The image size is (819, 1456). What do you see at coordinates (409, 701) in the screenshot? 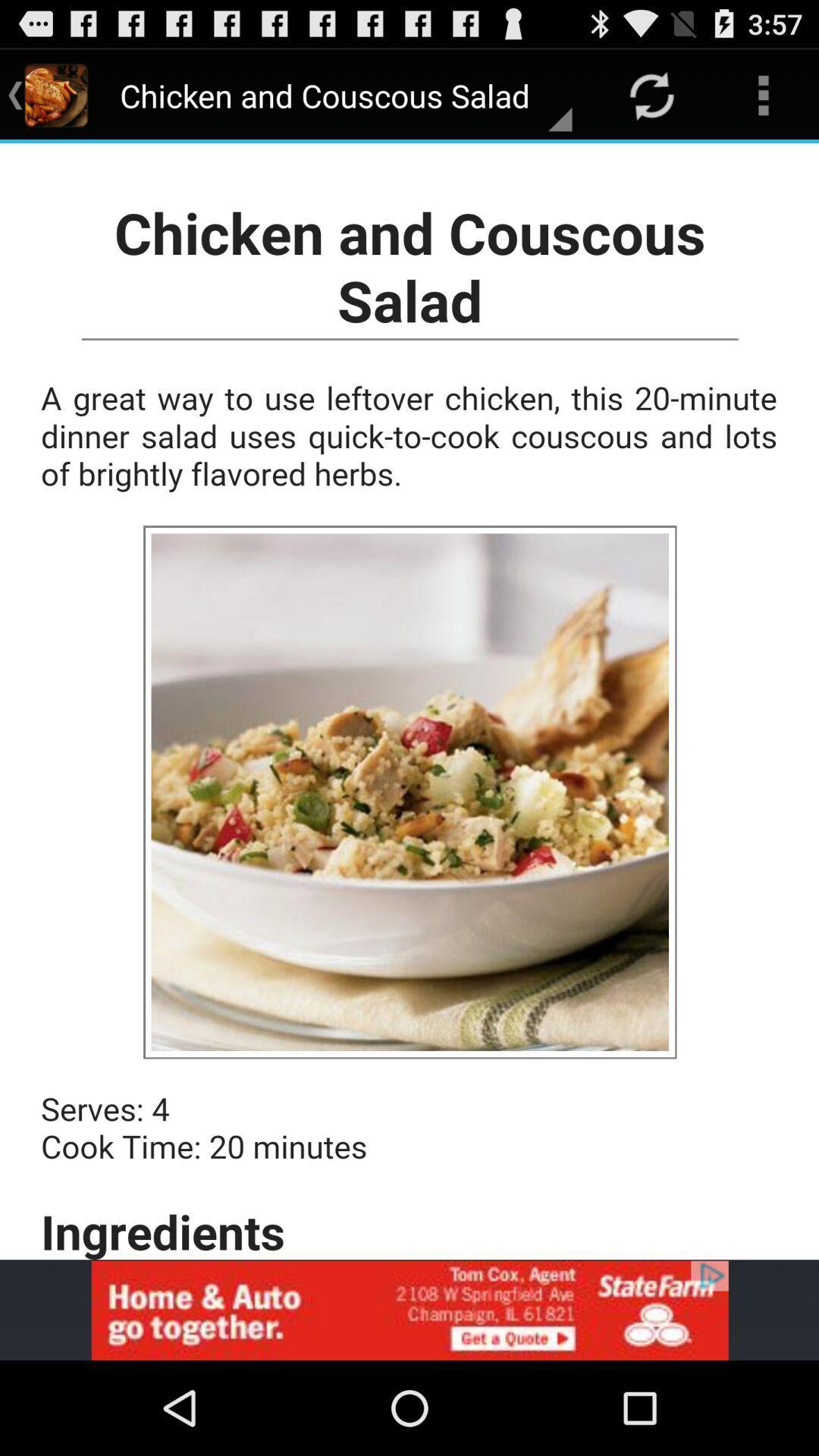
I see `click recipe in middle` at bounding box center [409, 701].